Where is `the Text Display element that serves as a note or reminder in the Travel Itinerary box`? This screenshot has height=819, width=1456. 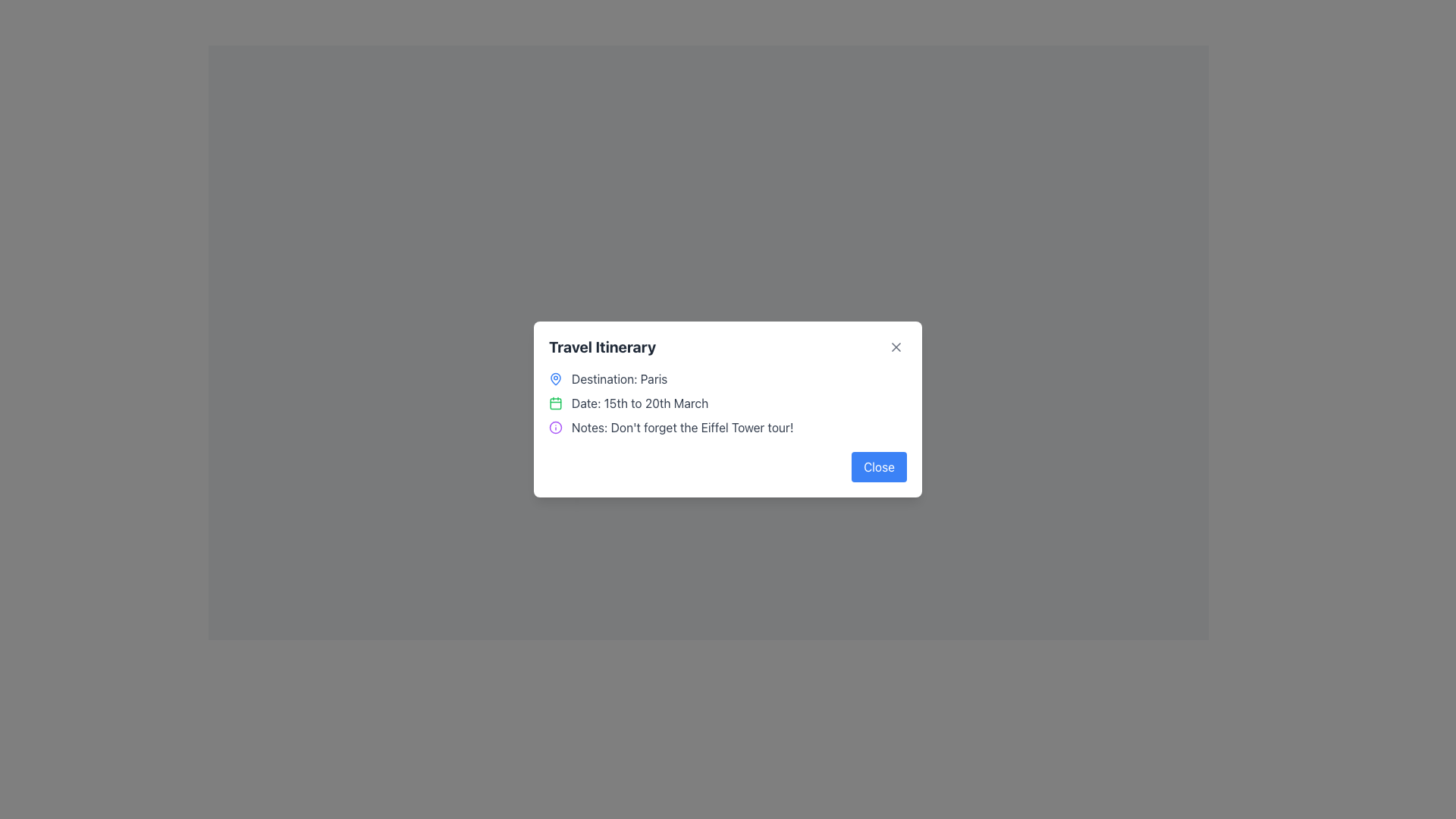
the Text Display element that serves as a note or reminder in the Travel Itinerary box is located at coordinates (682, 427).